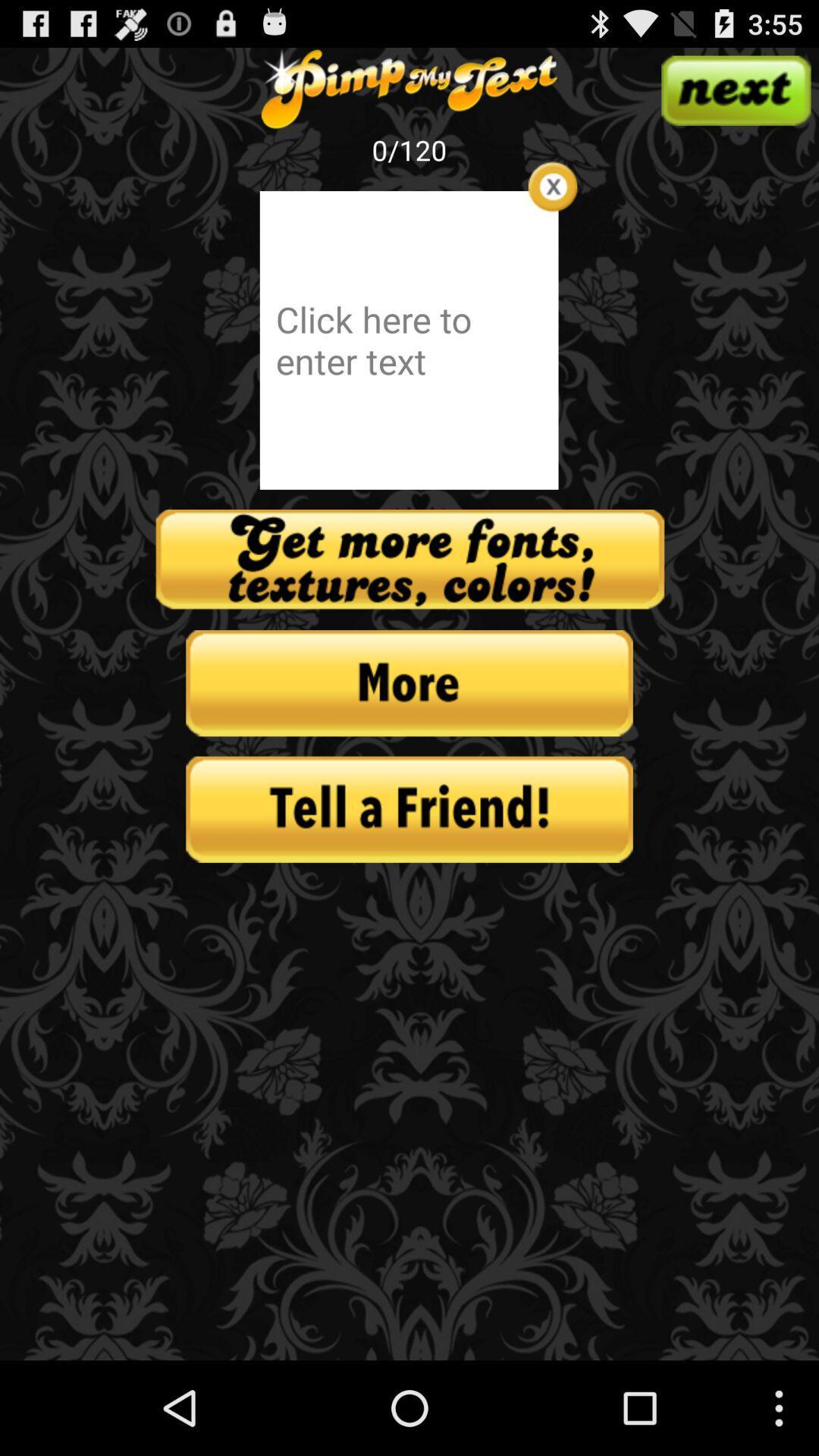  I want to click on get more text options, so click(409, 559).